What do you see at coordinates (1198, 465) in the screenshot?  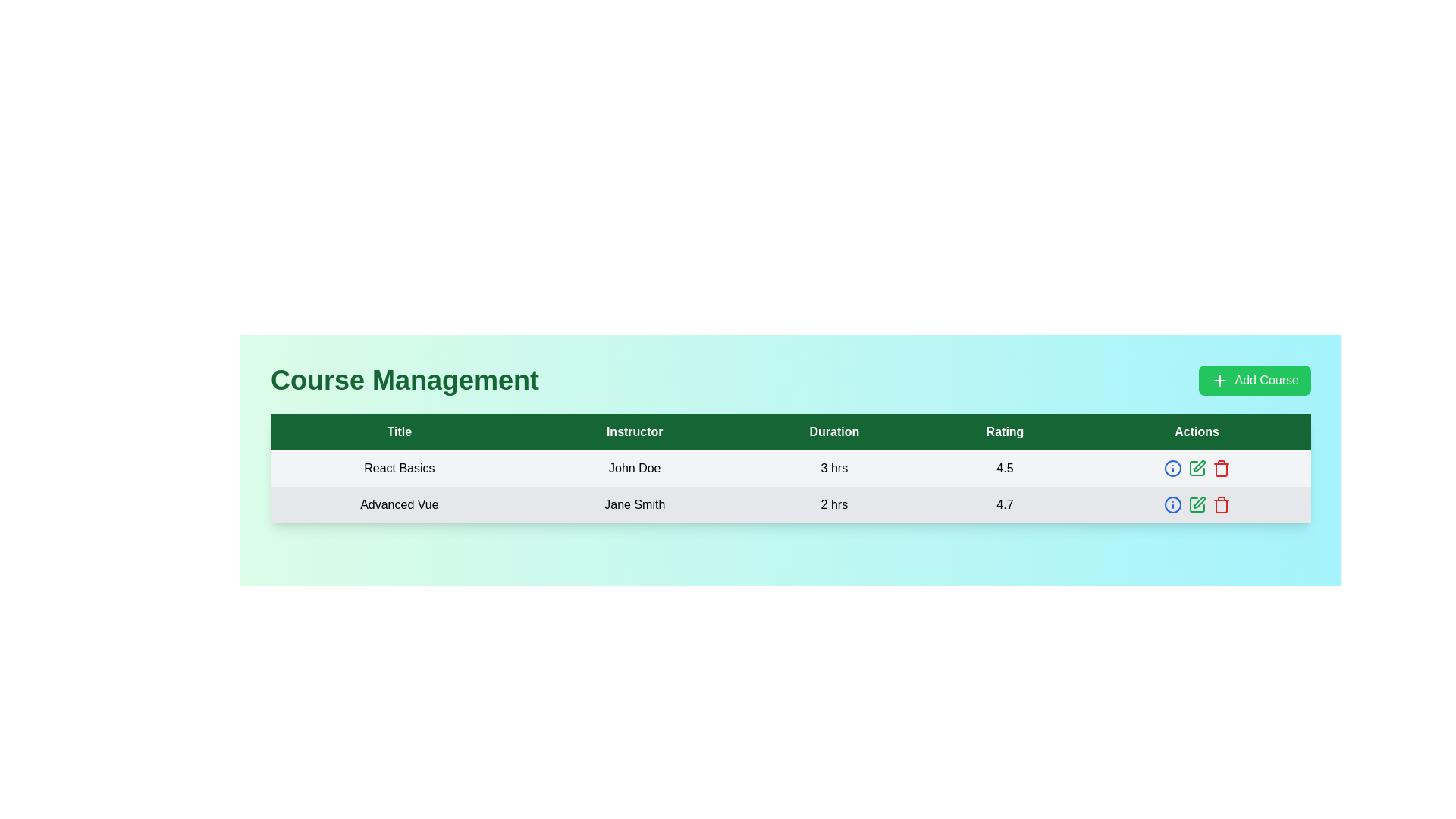 I see `the Edit Icon Button, which is a small pen icon located in the second row of the course table's 'Actions' column, positioned between the information icon and the delete icon, to initiate the edit action` at bounding box center [1198, 465].